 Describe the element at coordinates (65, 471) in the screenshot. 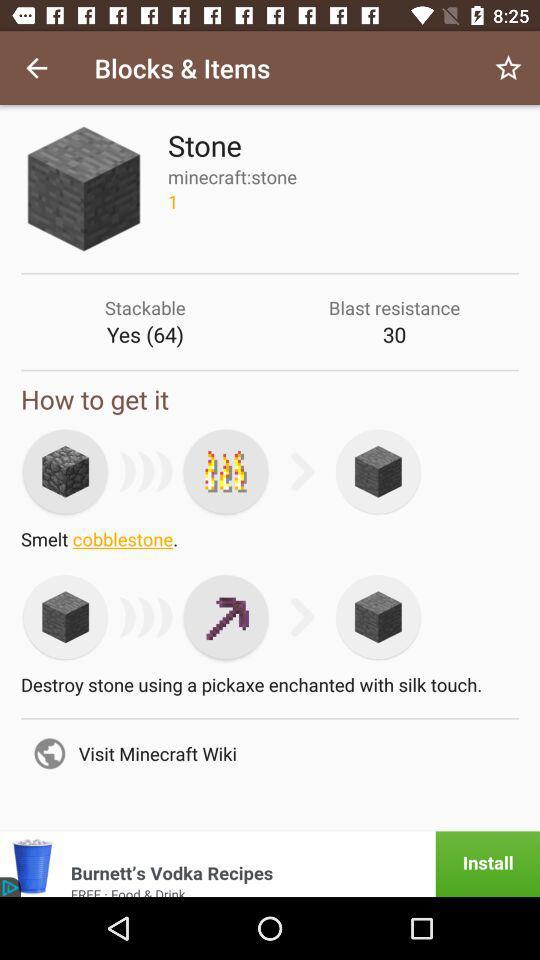

I see `first stone` at that location.